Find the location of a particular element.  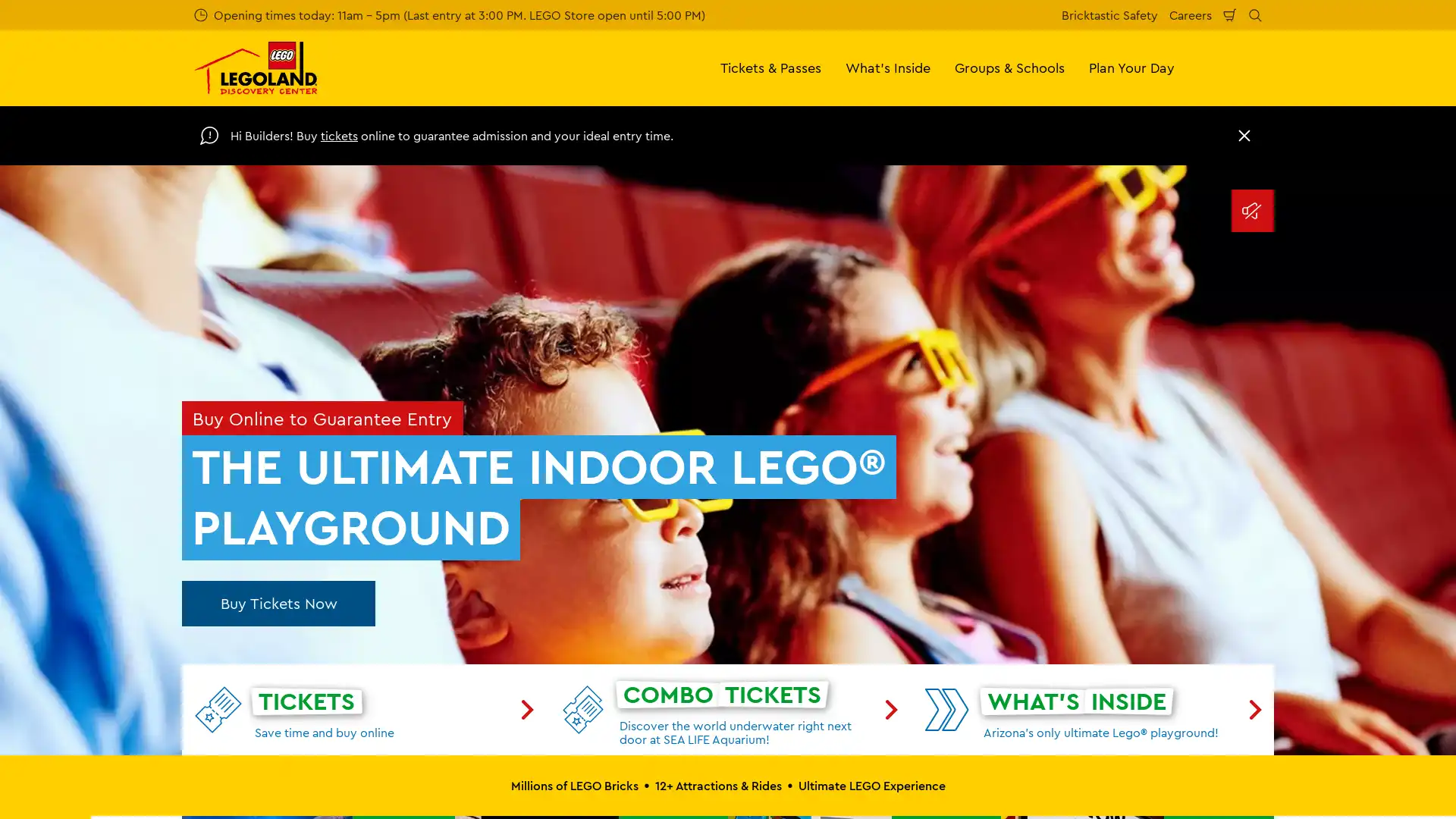

Close is located at coordinates (1244, 134).